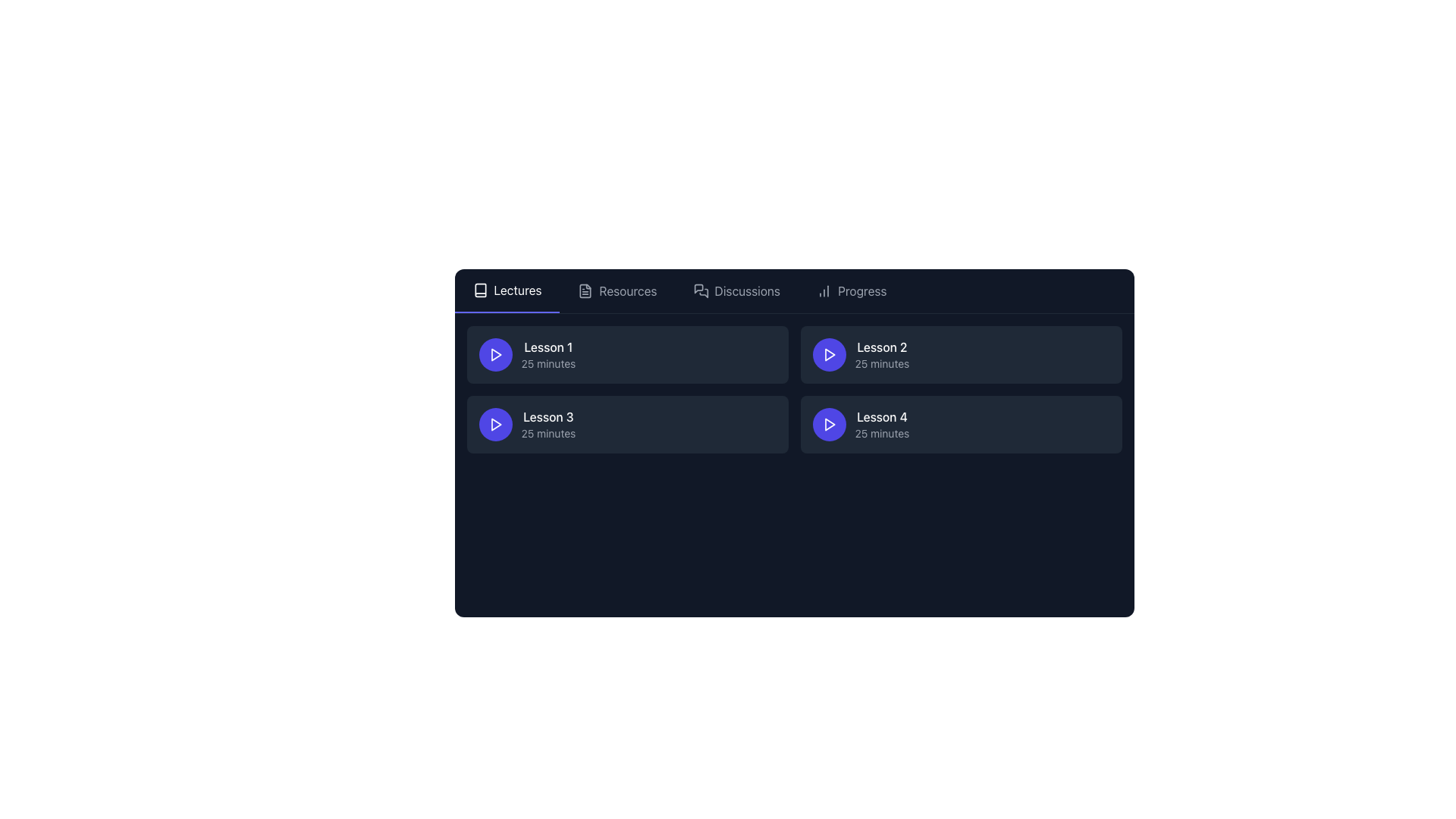  I want to click on the play icon located in the bottom-right cell of the grid for the fourth lesson in the 'Lectures' section, so click(829, 424).